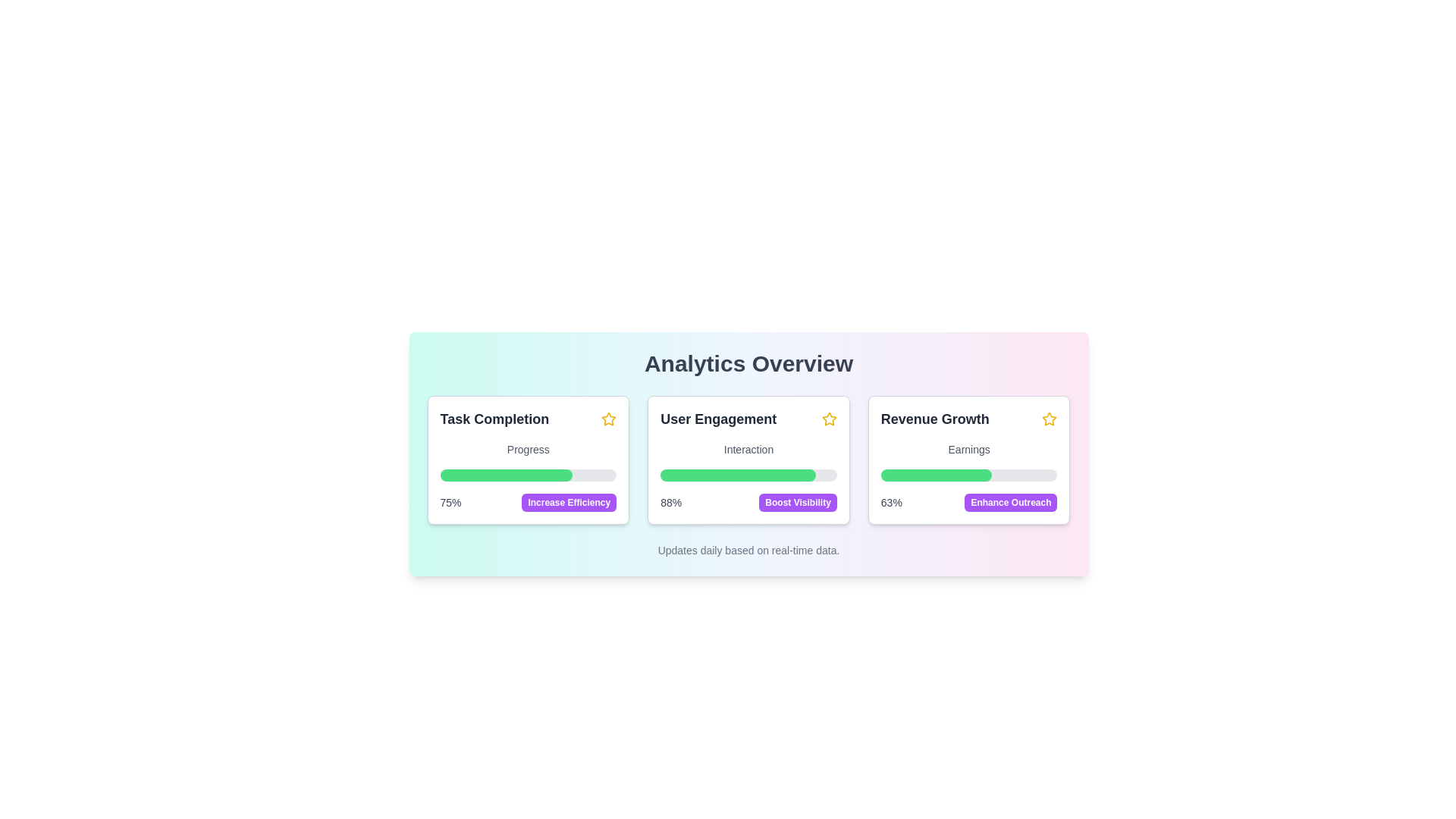 The image size is (1456, 819). What do you see at coordinates (1049, 419) in the screenshot?
I see `the icon located at the top-right corner of the 'Revenue Growth' card, which is the rightmost card in a row of three cards` at bounding box center [1049, 419].